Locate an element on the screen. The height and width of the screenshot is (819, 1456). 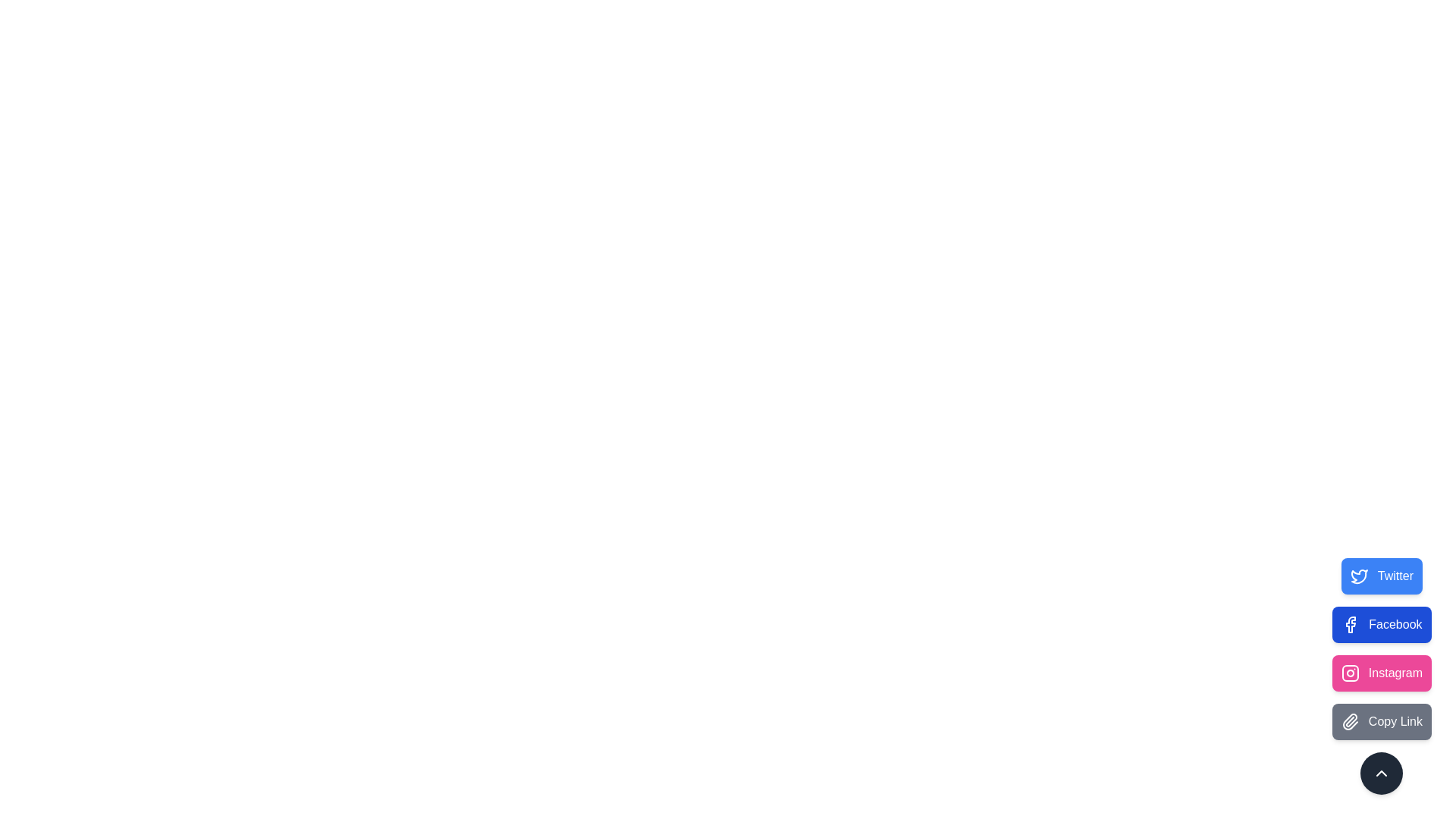
the Copy Link button to observe visual feedback is located at coordinates (1382, 721).